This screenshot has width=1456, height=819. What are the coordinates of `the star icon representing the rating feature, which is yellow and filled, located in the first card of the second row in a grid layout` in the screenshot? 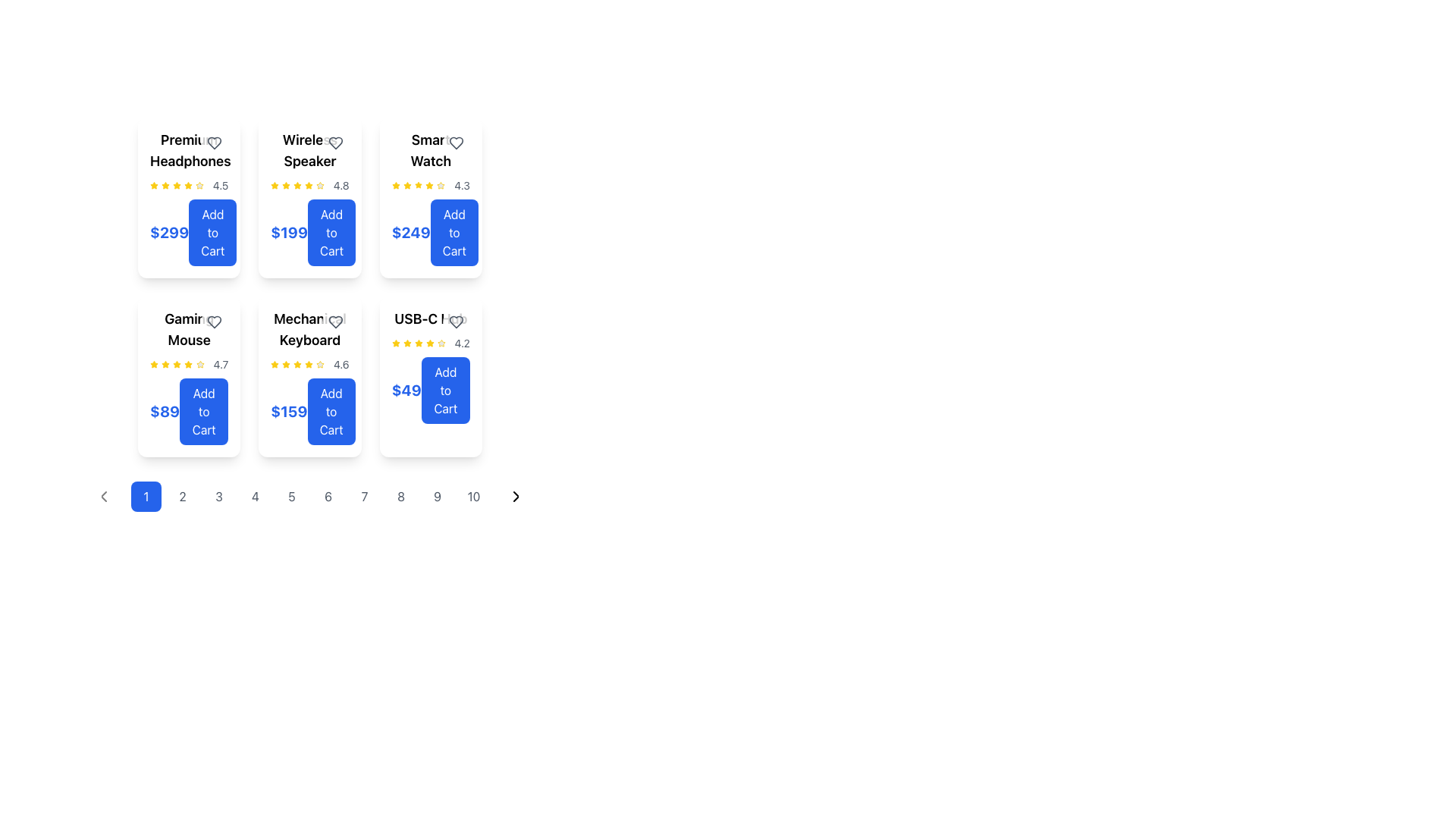 It's located at (199, 184).